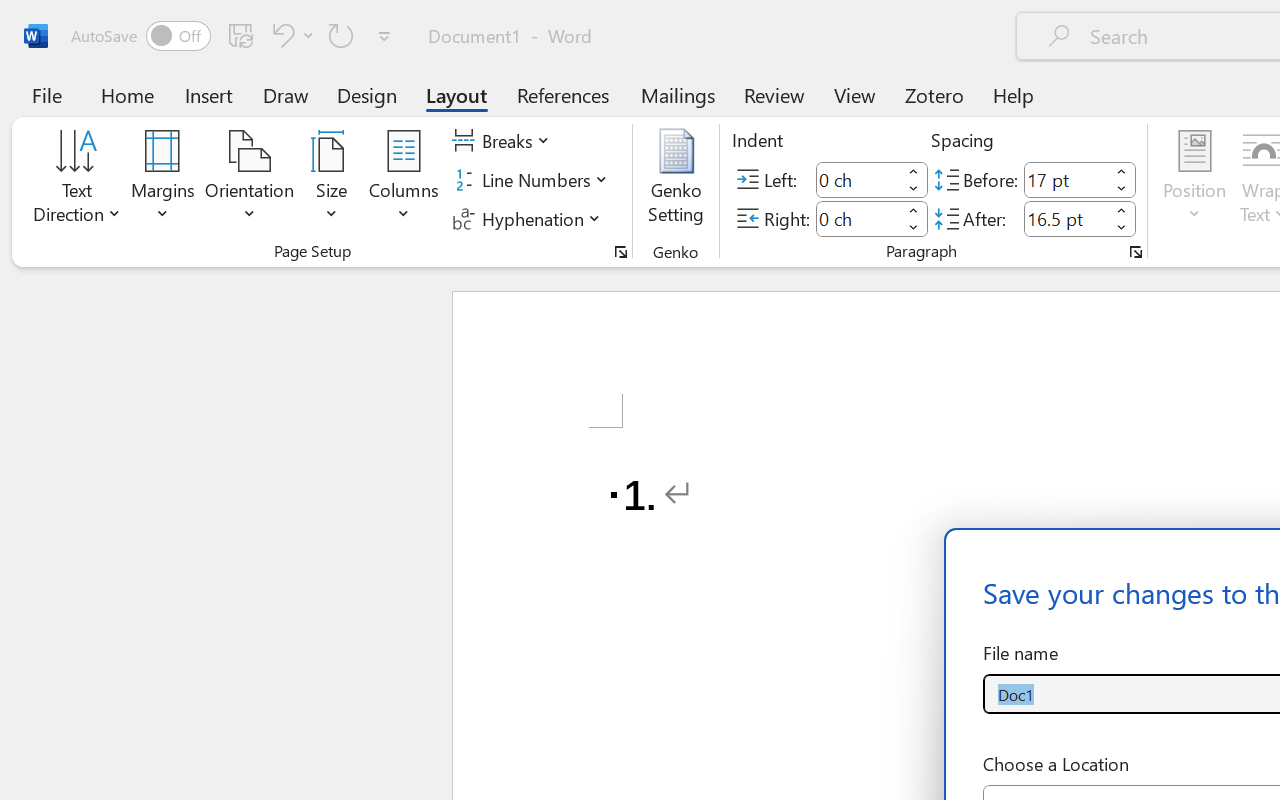 The image size is (1280, 800). I want to click on 'Size', so click(332, 179).